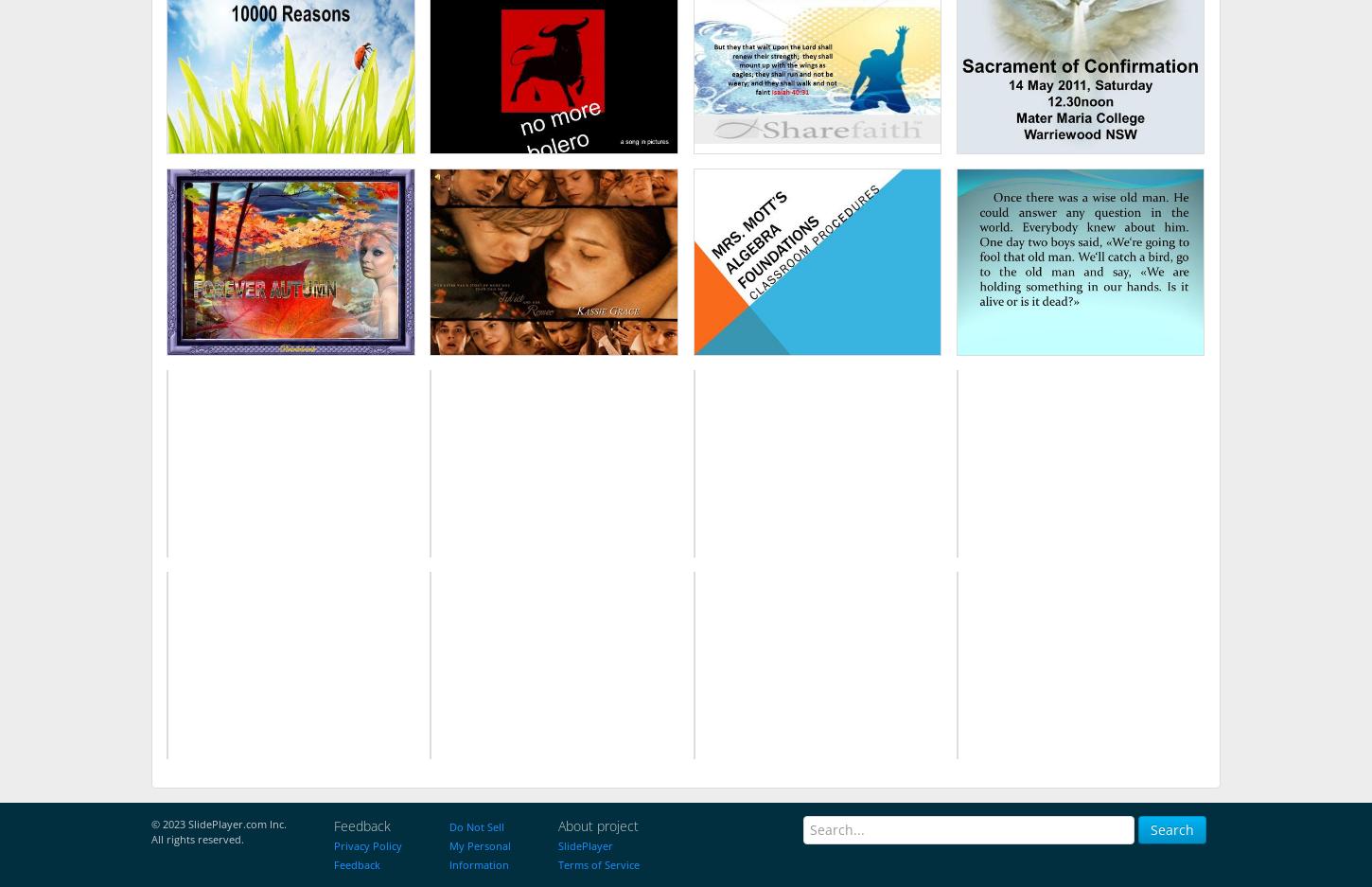 The image size is (1372, 887). I want to click on '© 2023 SlidePlayer.com Inc.', so click(218, 822).